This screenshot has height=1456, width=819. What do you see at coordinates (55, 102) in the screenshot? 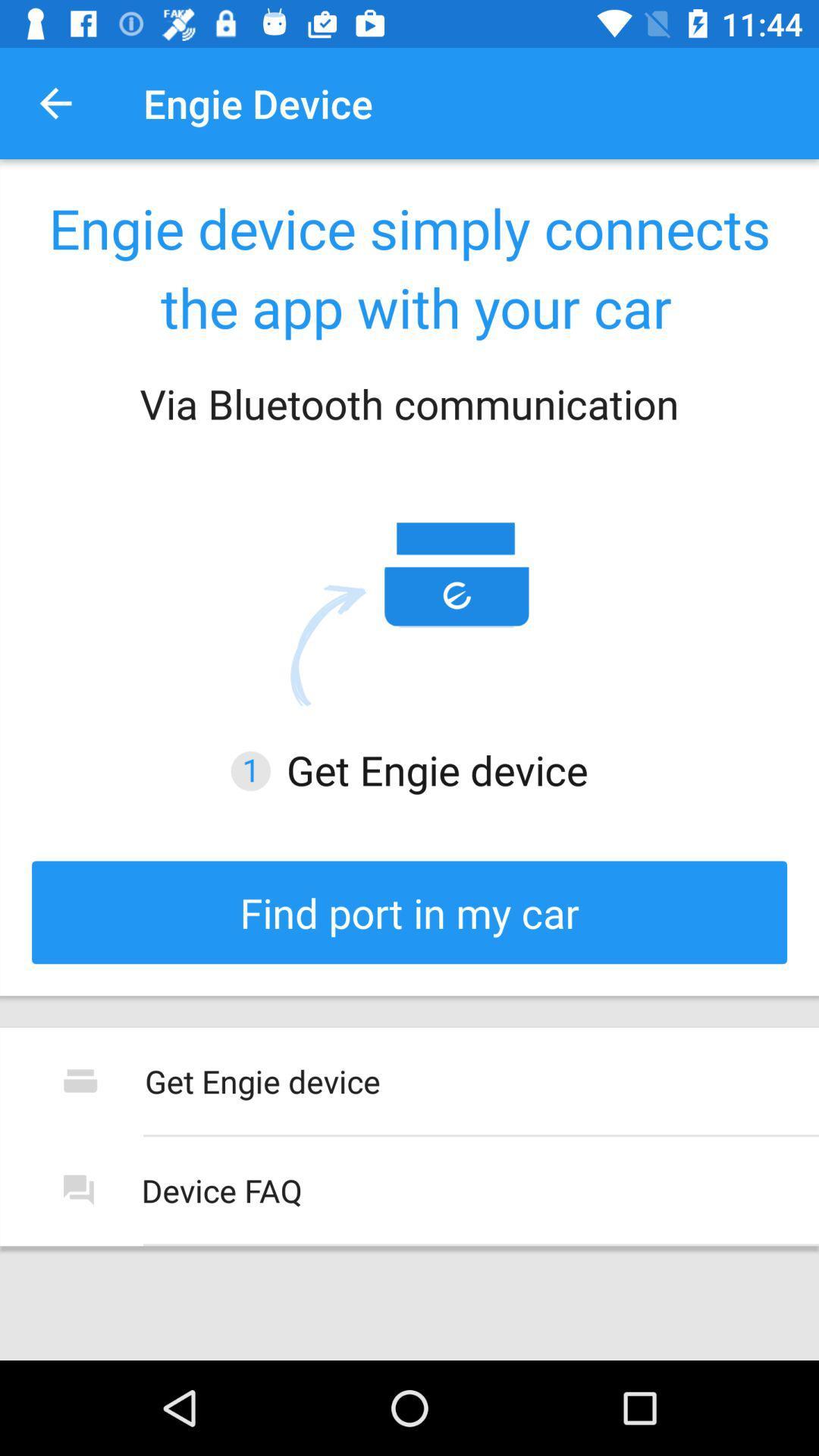
I see `the icon above engie device simply icon` at bounding box center [55, 102].